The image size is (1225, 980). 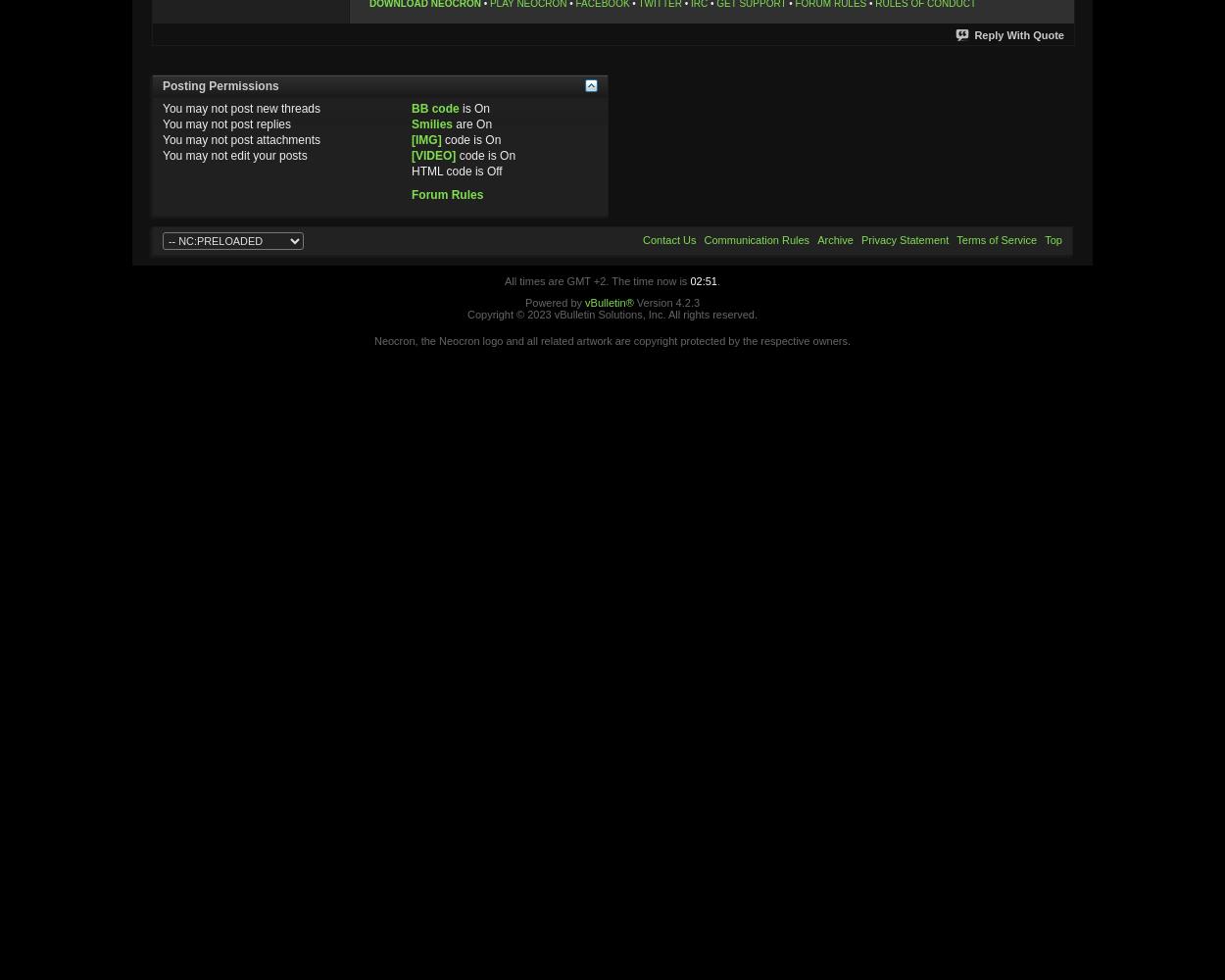 I want to click on 'Neocron, the Neocron logo and all related artwork are copyright protected by the respective owners.', so click(x=611, y=339).